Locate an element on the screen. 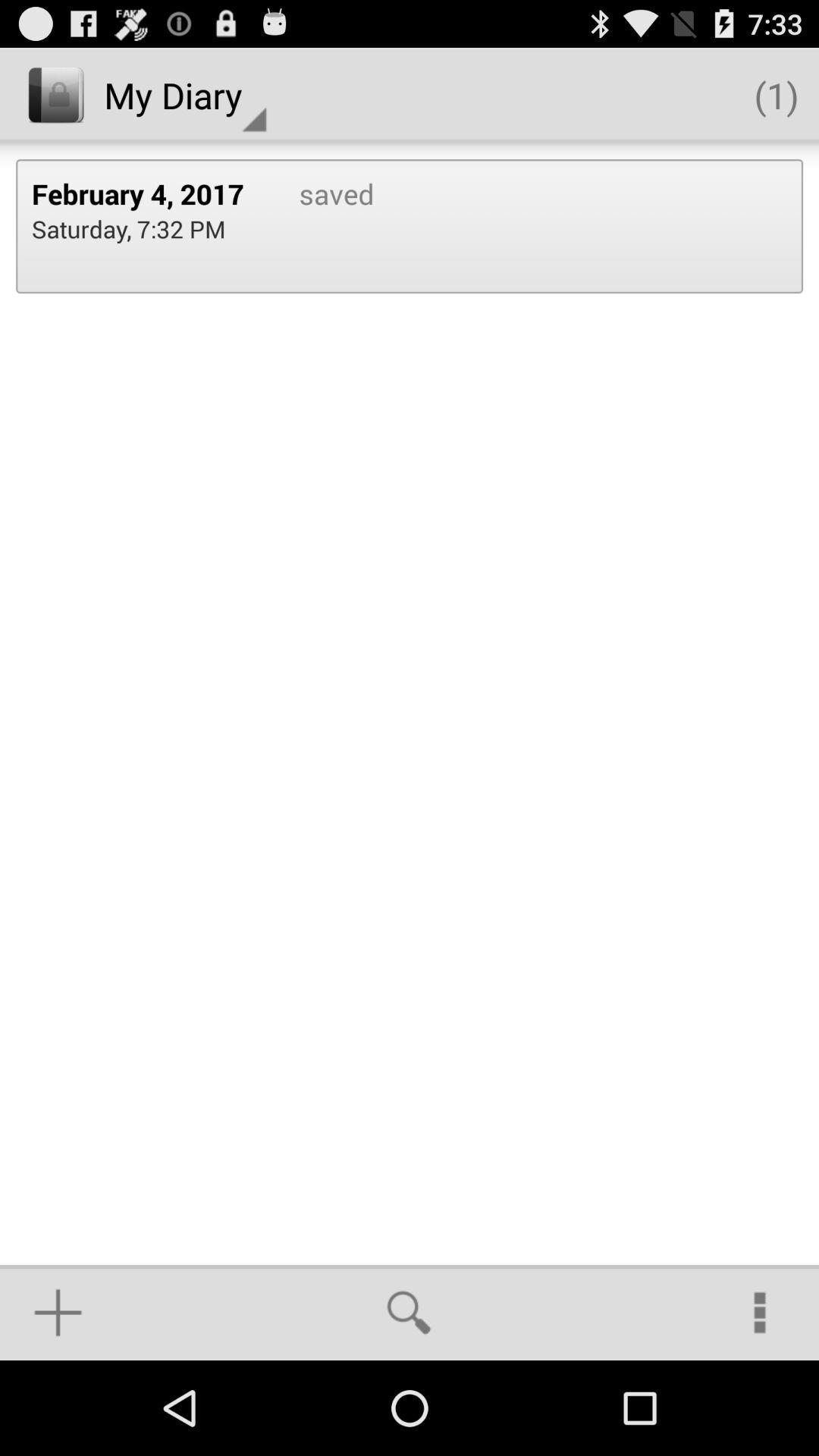  saved item is located at coordinates (320, 225).